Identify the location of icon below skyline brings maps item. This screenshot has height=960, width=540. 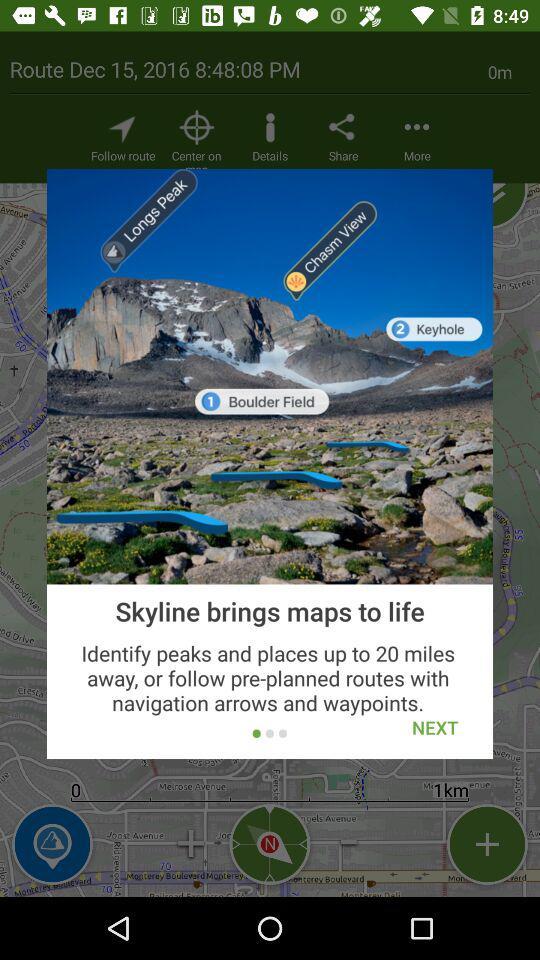
(434, 726).